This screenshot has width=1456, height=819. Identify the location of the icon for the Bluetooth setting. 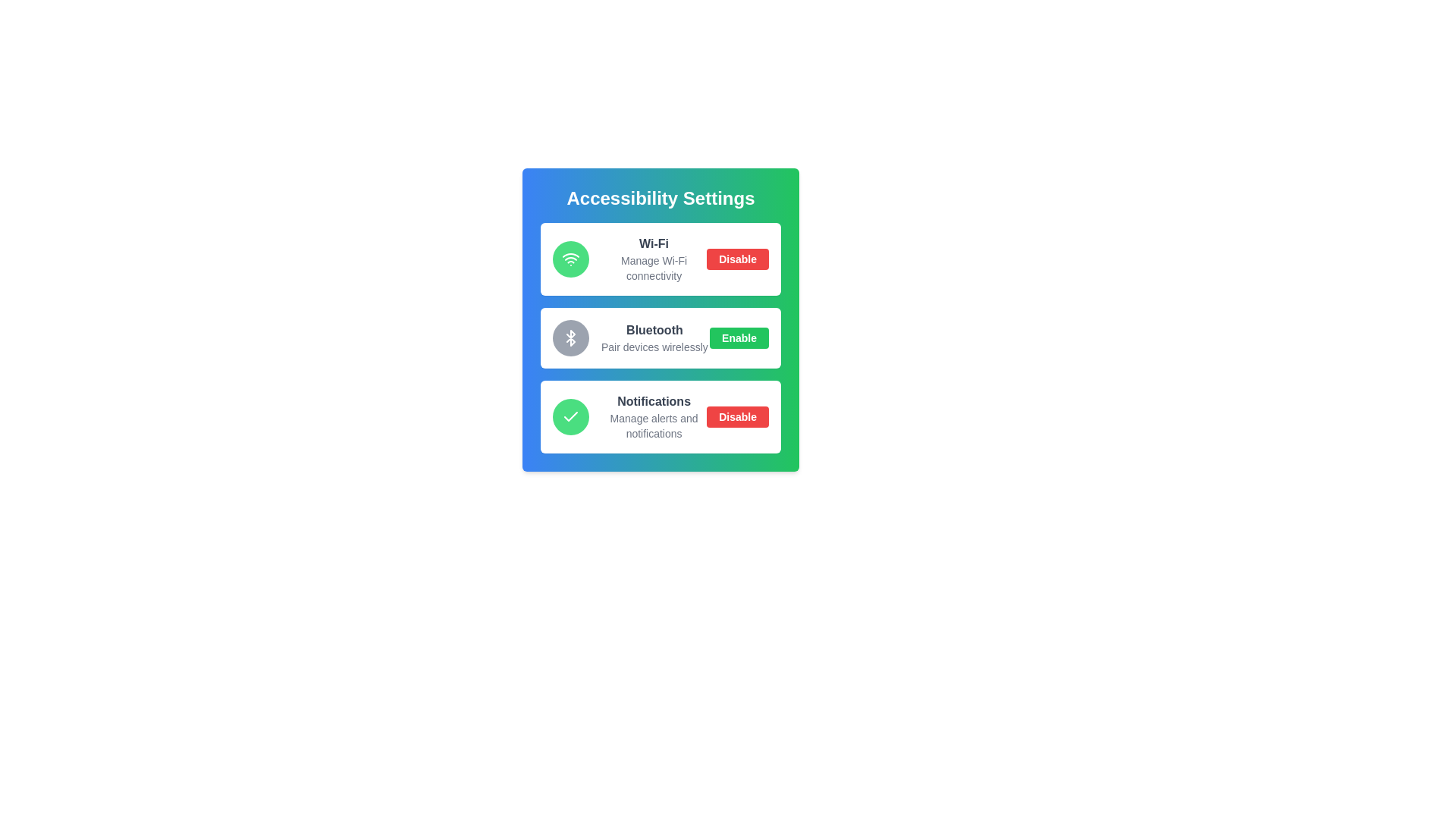
(570, 337).